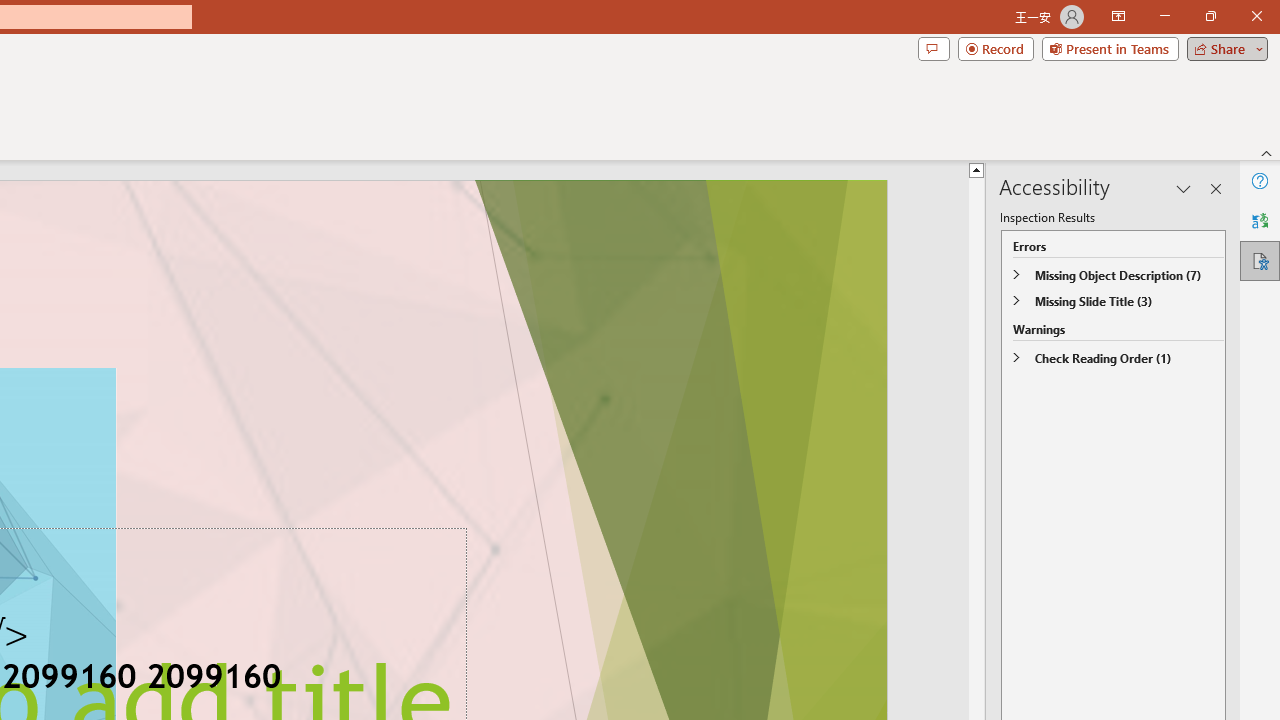  Describe the element at coordinates (1222, 47) in the screenshot. I see `'Share'` at that location.